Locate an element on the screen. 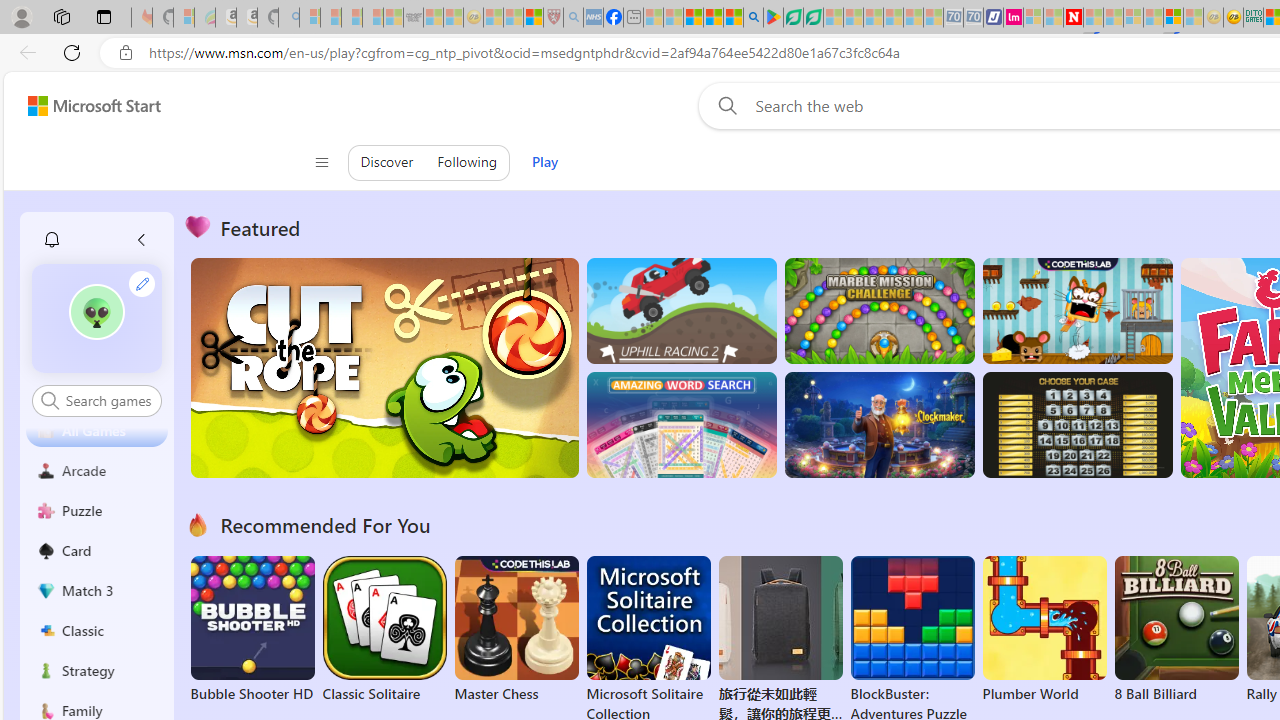 The width and height of the screenshot is (1280, 720). 'Cut the Rope' is located at coordinates (384, 367).